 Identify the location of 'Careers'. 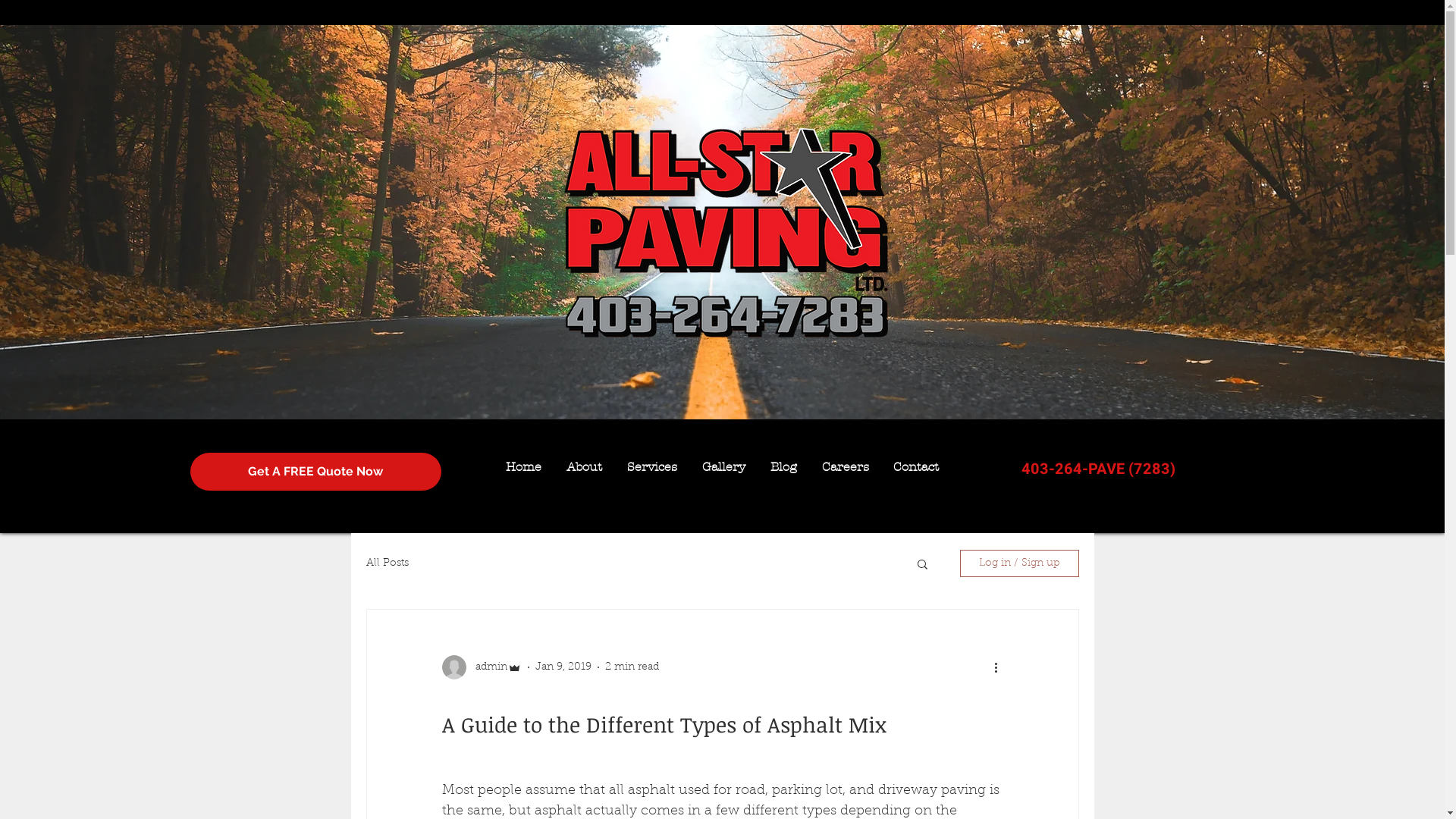
(844, 466).